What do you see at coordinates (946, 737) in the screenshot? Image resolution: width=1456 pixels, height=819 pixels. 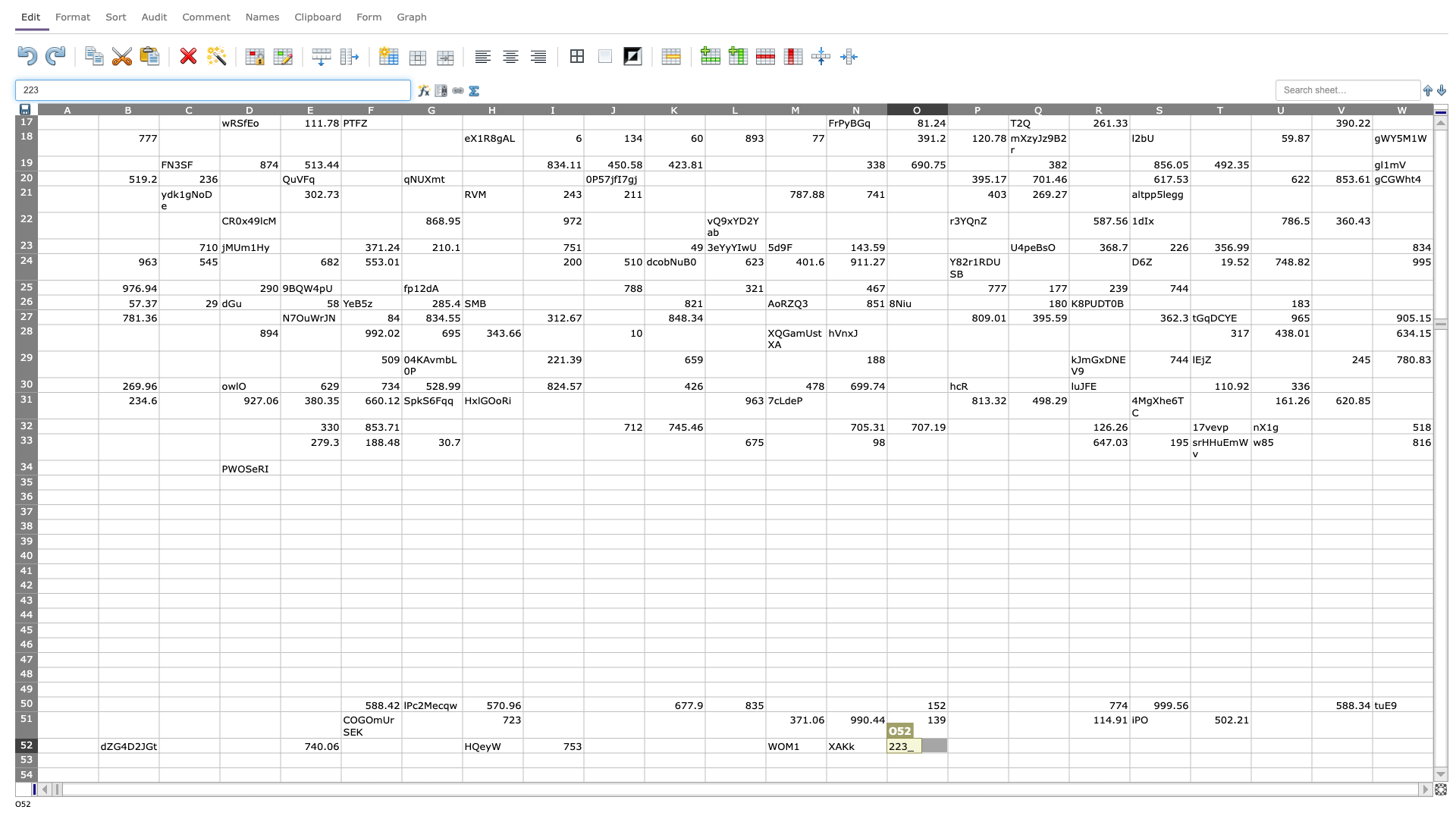 I see `Place cursor on top left corner of P52` at bounding box center [946, 737].